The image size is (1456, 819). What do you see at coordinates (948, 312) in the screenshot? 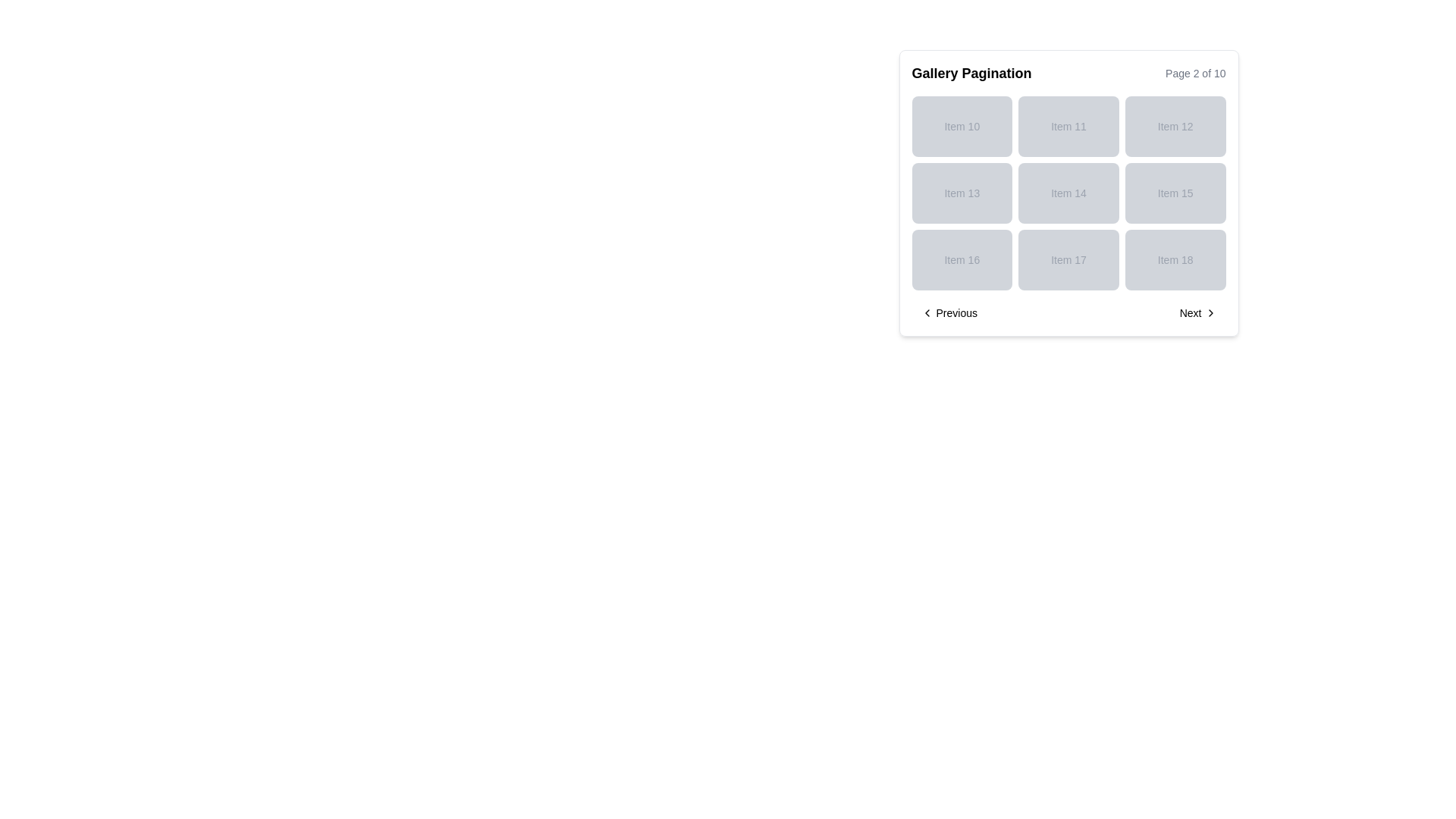
I see `the 'Previous' button, which is a textual button with a left-facing chevron icon, located in the bottom left corner of the pagination controls` at bounding box center [948, 312].